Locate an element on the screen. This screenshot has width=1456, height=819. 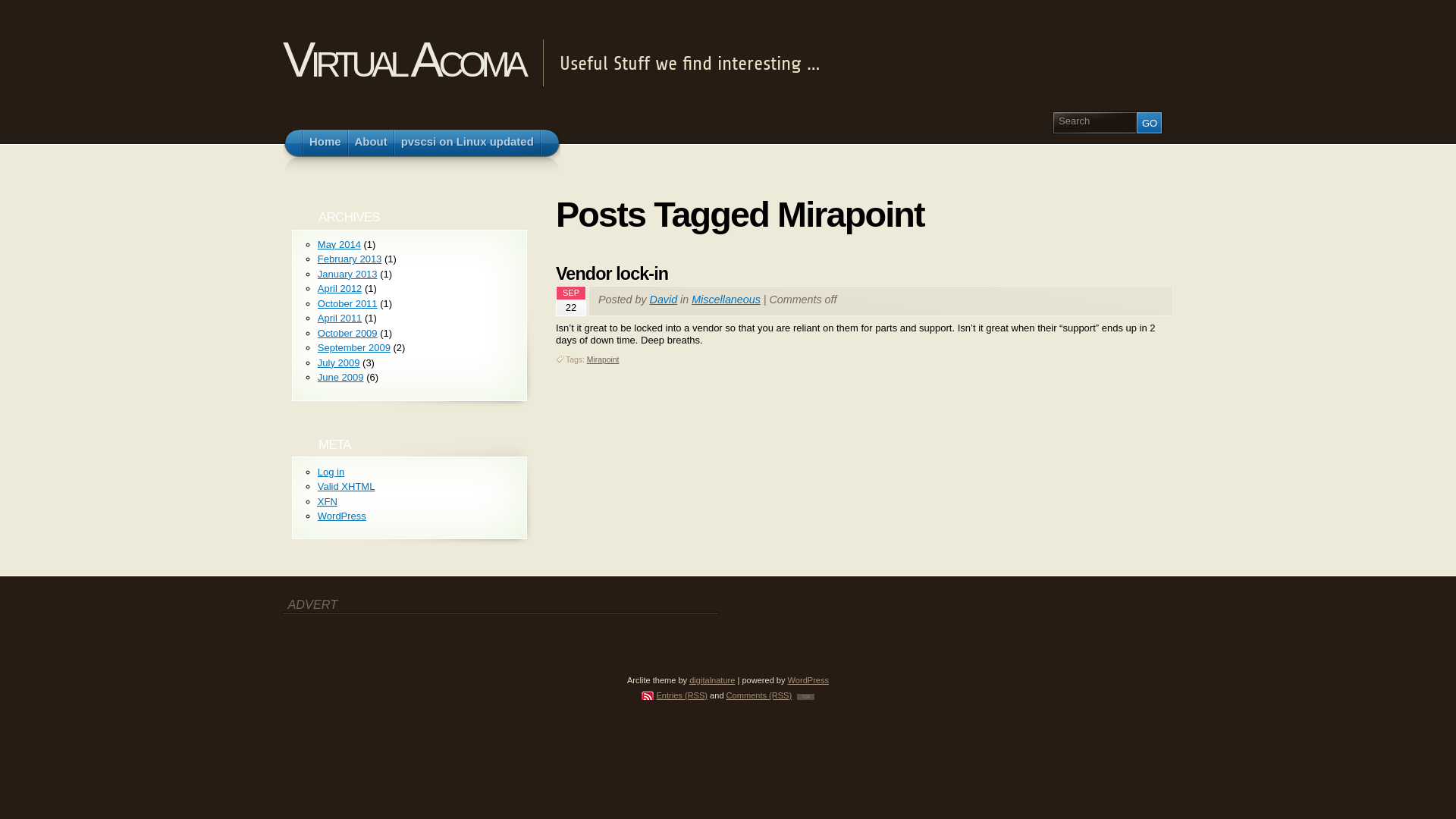
'Vendor lock-in' is located at coordinates (611, 274).